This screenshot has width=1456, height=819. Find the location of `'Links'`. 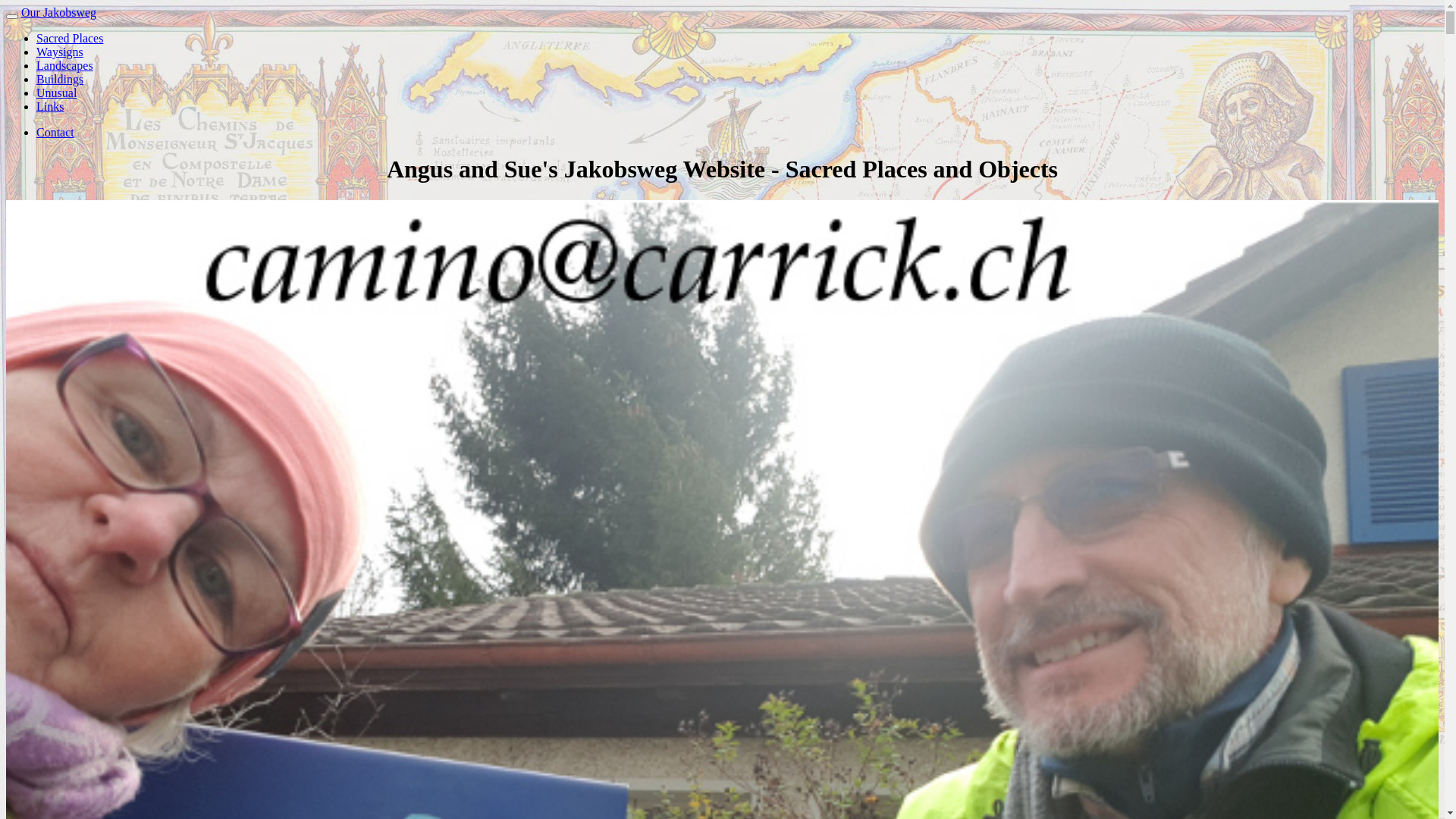

'Links' is located at coordinates (50, 105).